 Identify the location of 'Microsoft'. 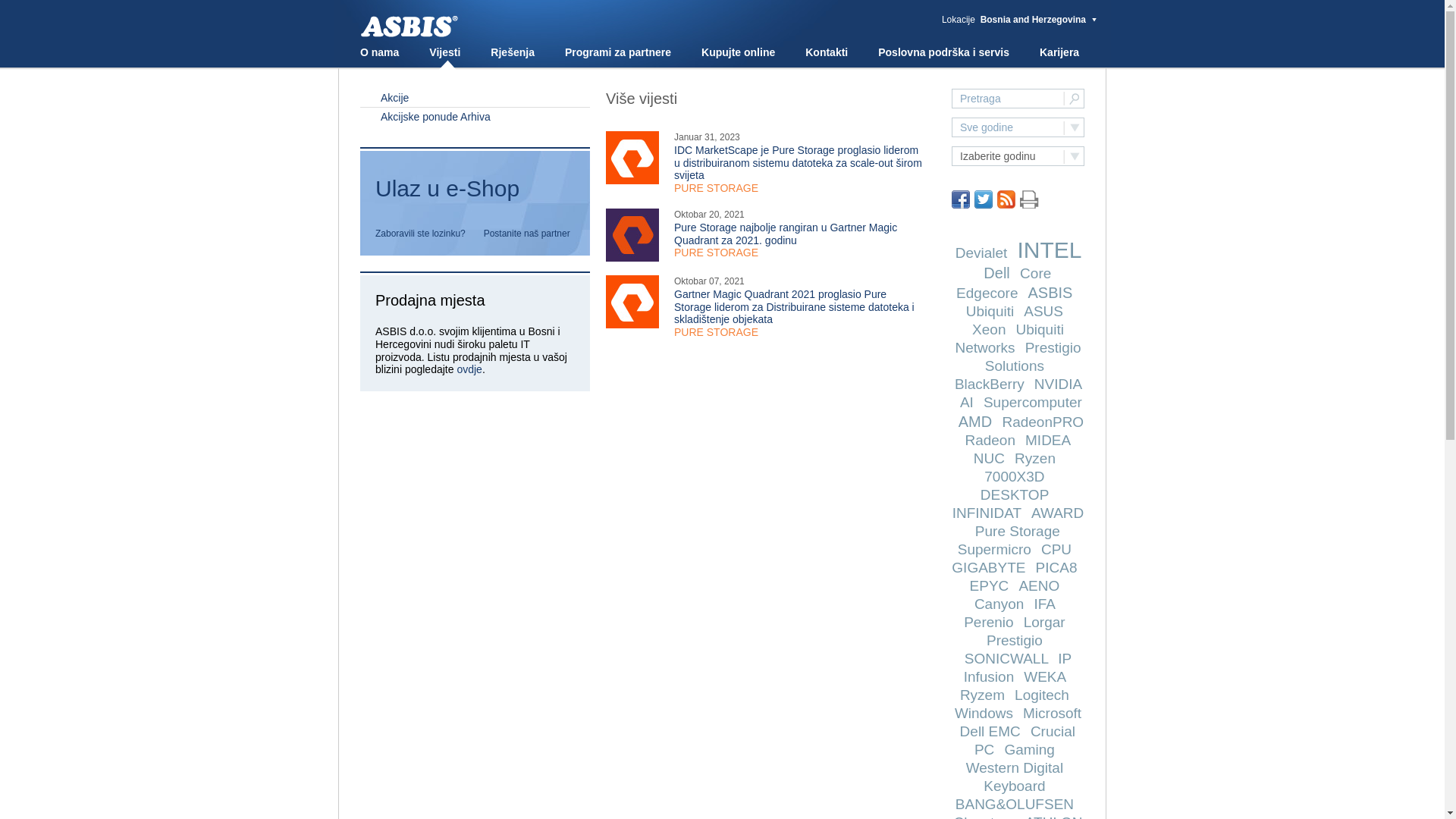
(1051, 713).